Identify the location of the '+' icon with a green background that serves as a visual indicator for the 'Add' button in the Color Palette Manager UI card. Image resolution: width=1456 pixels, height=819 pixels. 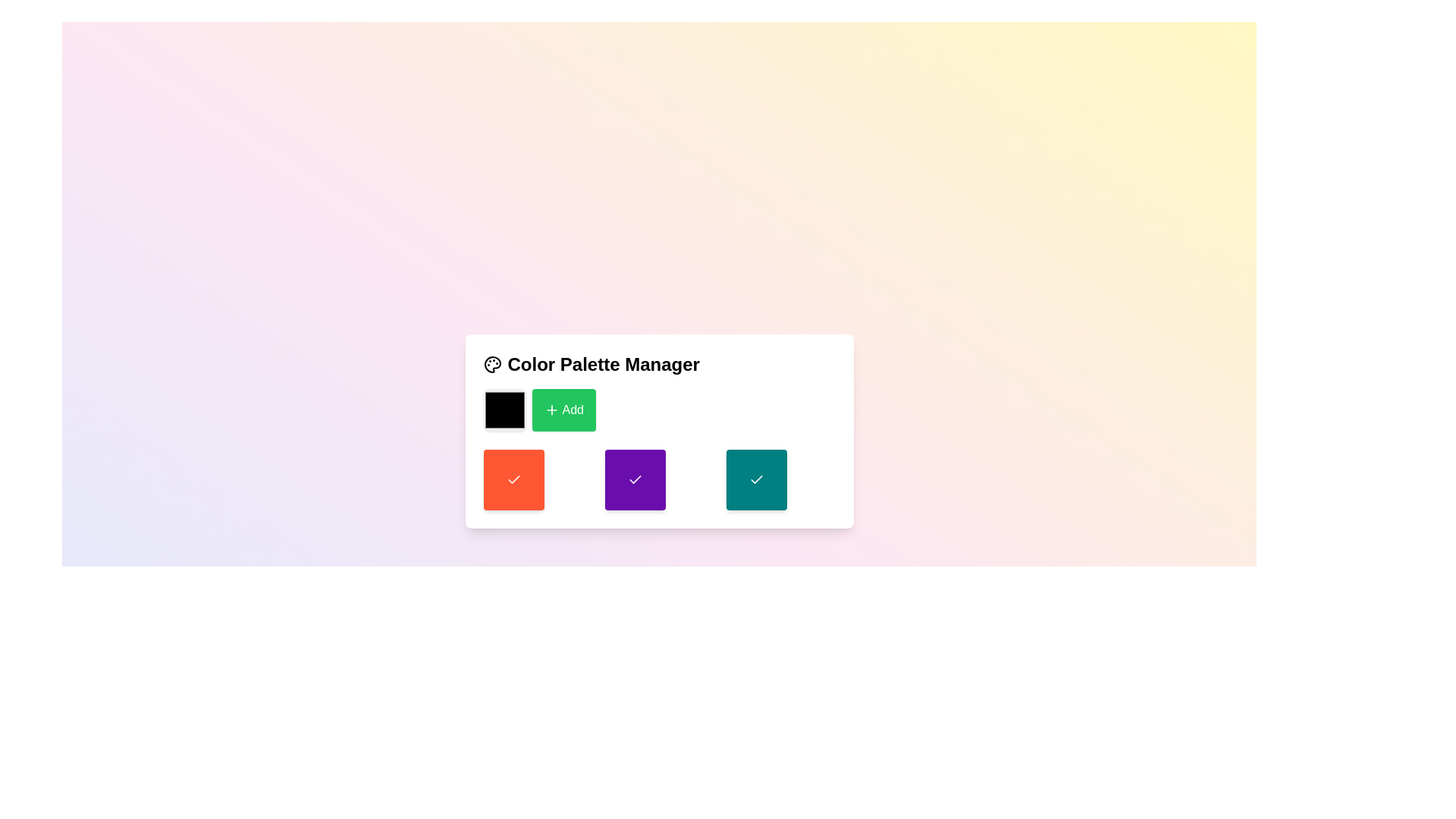
(551, 409).